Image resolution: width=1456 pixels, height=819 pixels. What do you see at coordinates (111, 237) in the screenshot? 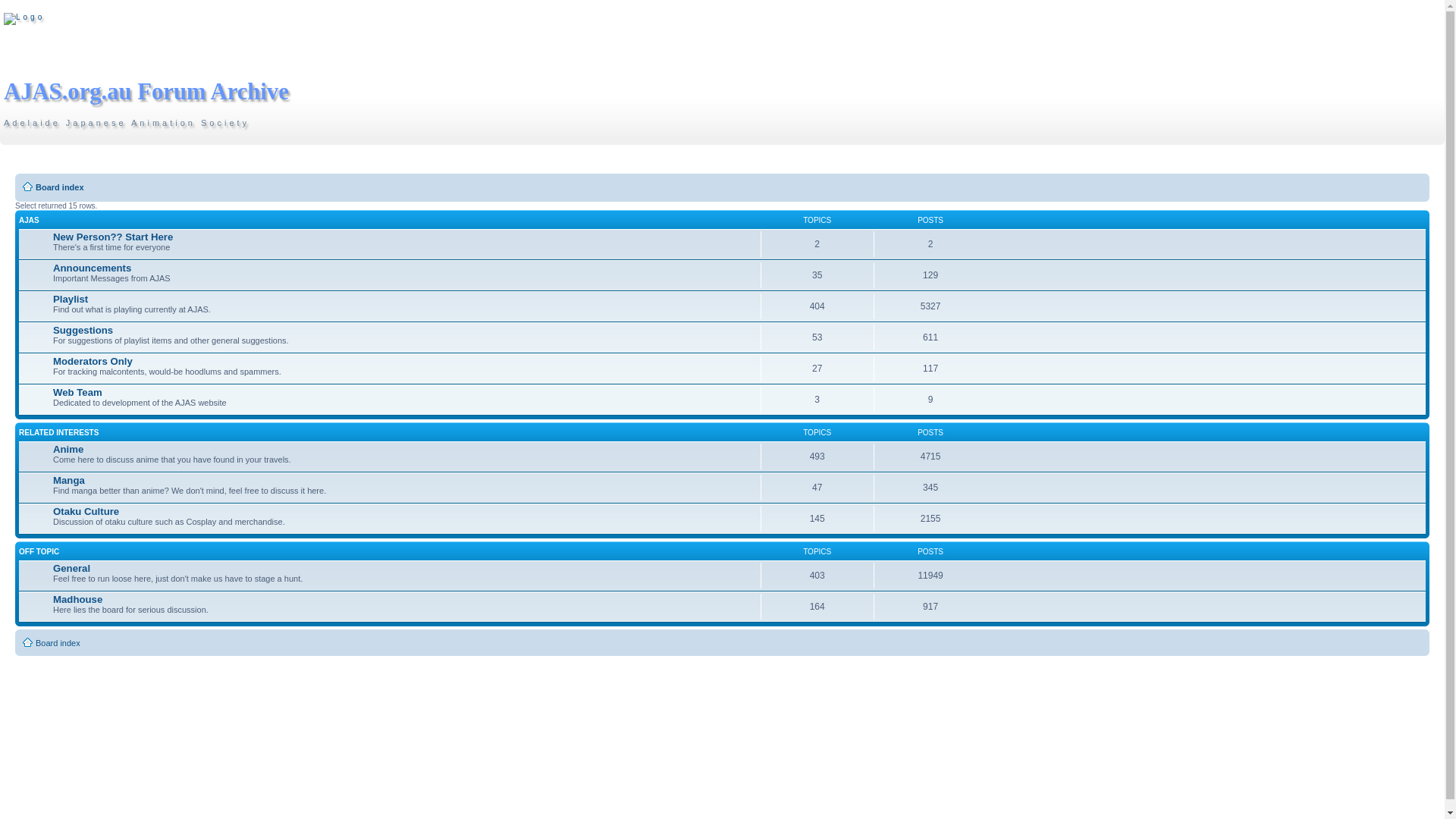
I see `'New Person?? Start Here'` at bounding box center [111, 237].